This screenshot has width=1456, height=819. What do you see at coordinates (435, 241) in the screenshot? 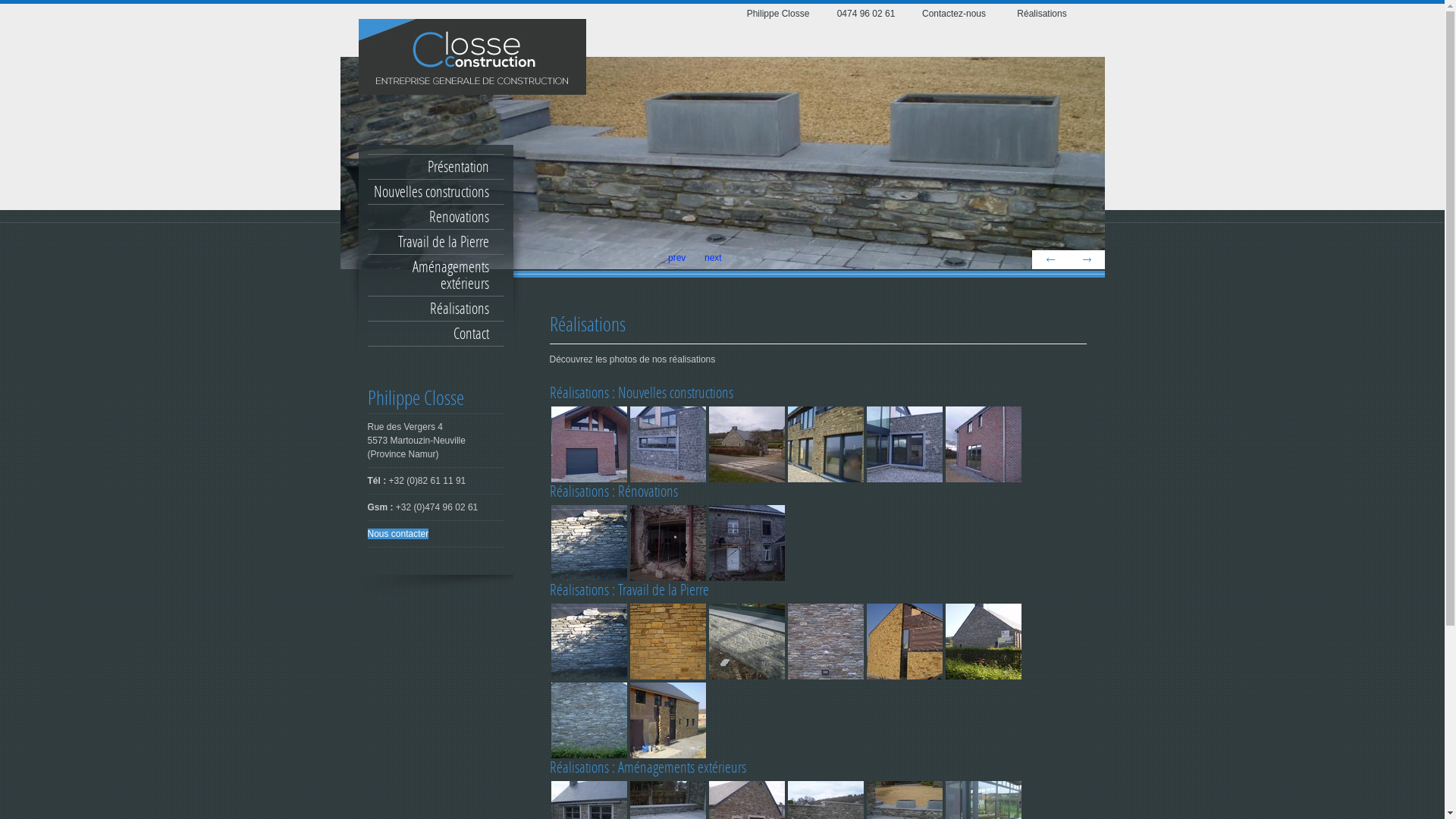
I see `'Travail de la Pierre'` at bounding box center [435, 241].